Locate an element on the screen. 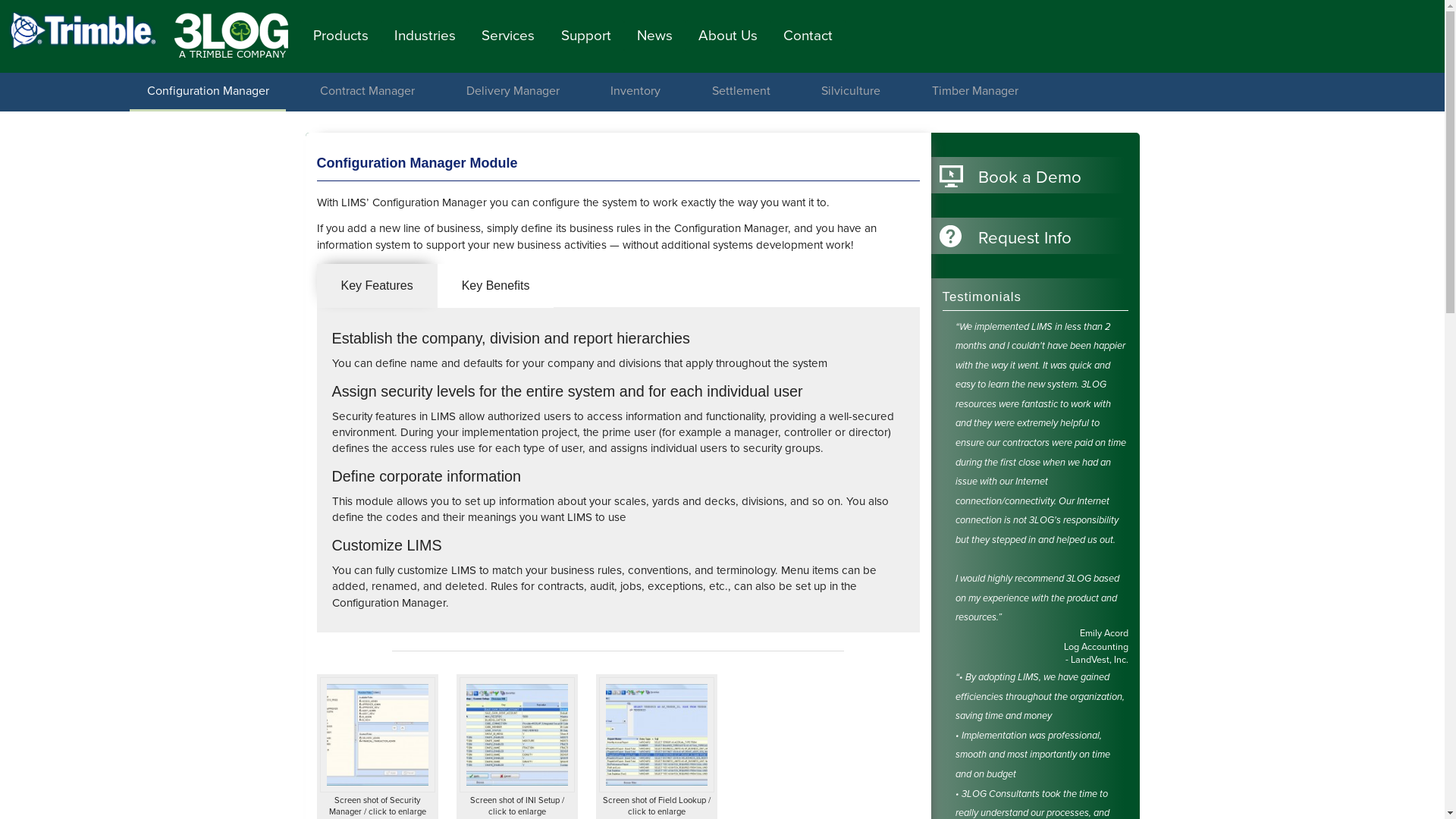  'Products' is located at coordinates (340, 35).